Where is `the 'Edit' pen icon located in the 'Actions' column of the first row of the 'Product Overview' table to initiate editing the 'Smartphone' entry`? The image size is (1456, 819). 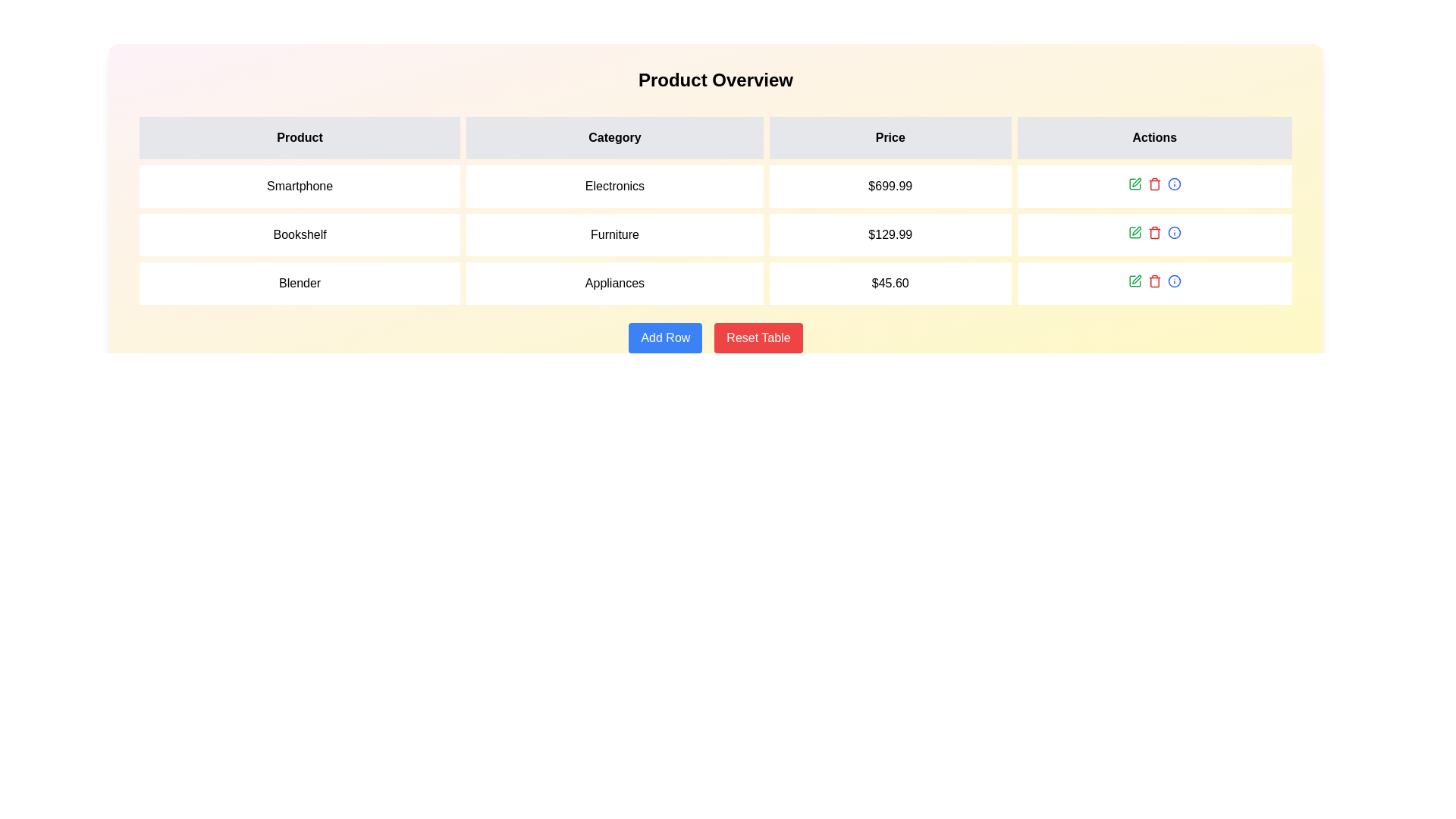
the 'Edit' pen icon located in the 'Actions' column of the first row of the 'Product Overview' table to initiate editing the 'Smartphone' entry is located at coordinates (1136, 180).